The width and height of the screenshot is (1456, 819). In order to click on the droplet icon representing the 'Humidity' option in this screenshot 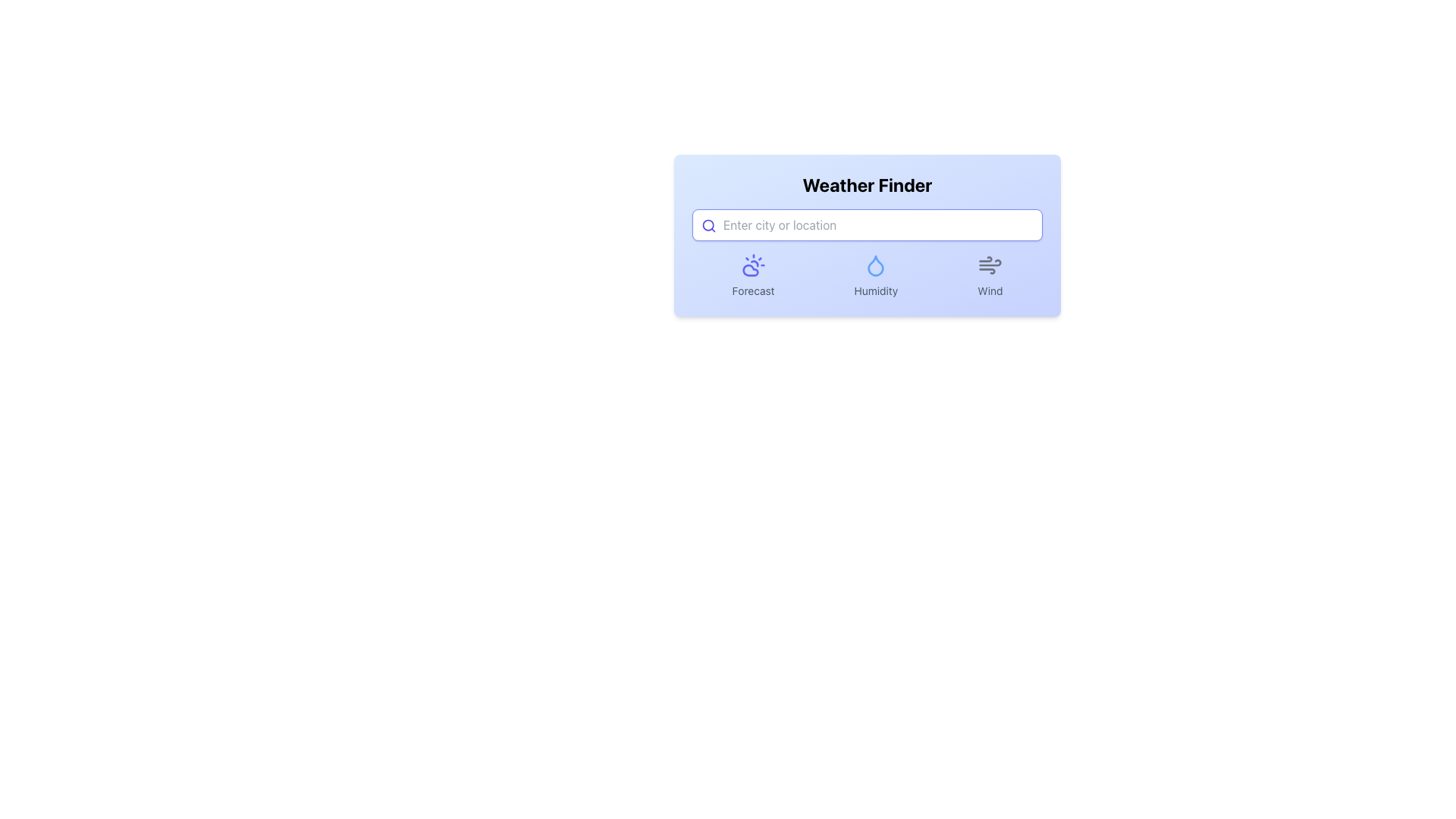, I will do `click(876, 265)`.